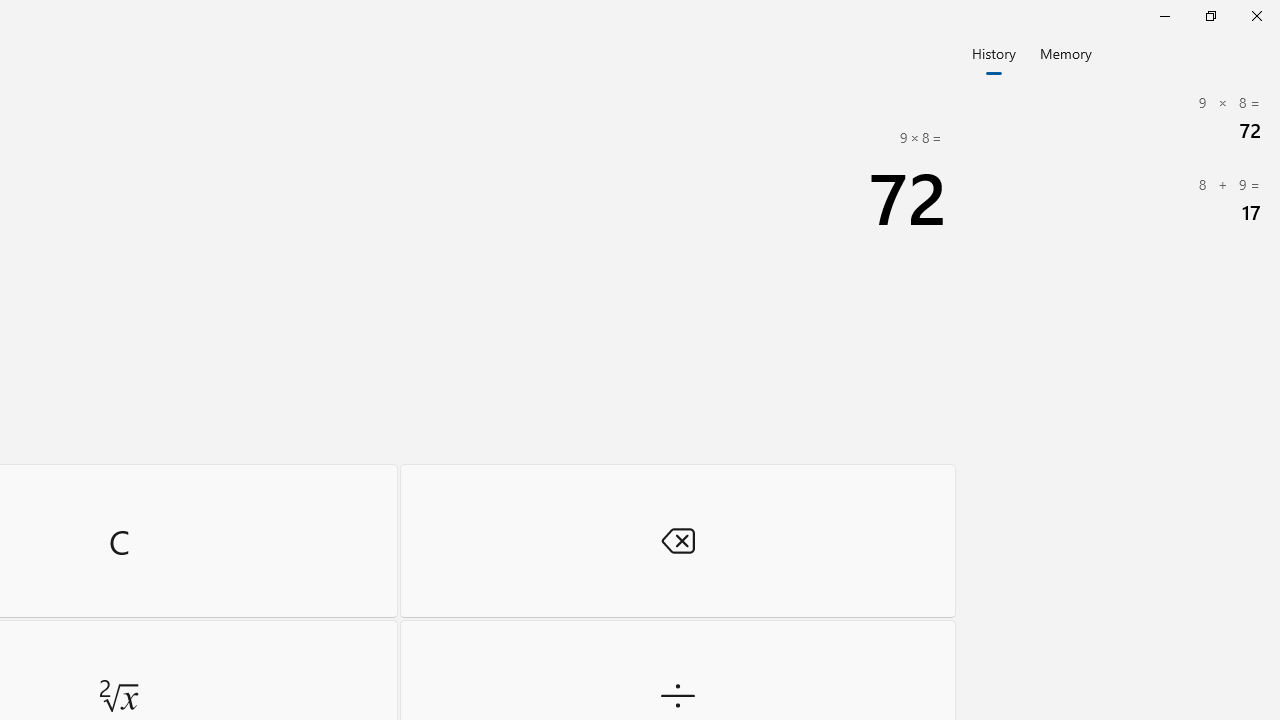 The height and width of the screenshot is (720, 1280). Describe the element at coordinates (1209, 15) in the screenshot. I see `'Restore Calculator'` at that location.